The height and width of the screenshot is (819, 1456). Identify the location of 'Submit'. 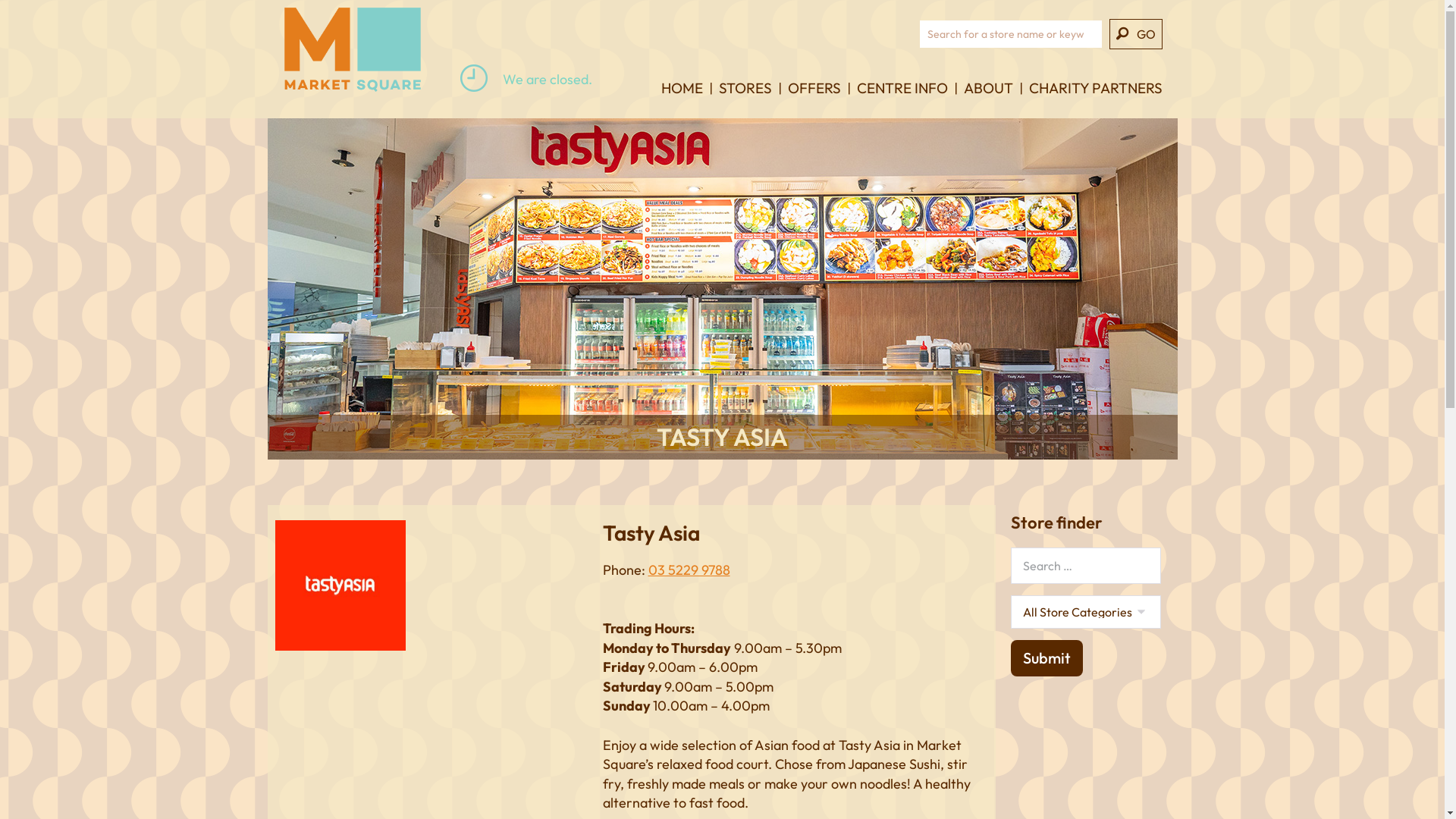
(1045, 657).